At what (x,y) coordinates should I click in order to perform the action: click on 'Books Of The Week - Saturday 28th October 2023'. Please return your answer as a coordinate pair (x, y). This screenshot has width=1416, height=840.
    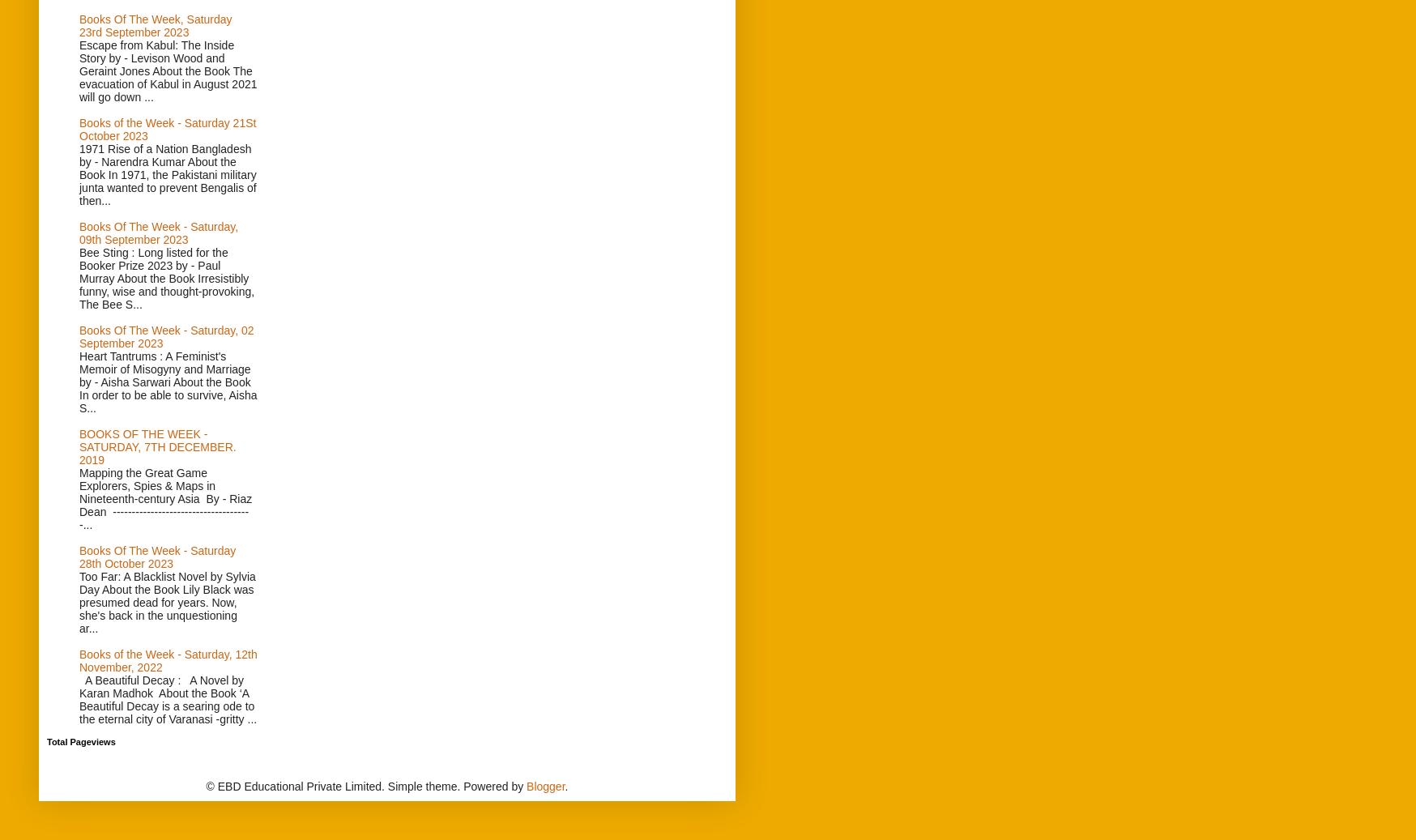
    Looking at the image, I should click on (79, 557).